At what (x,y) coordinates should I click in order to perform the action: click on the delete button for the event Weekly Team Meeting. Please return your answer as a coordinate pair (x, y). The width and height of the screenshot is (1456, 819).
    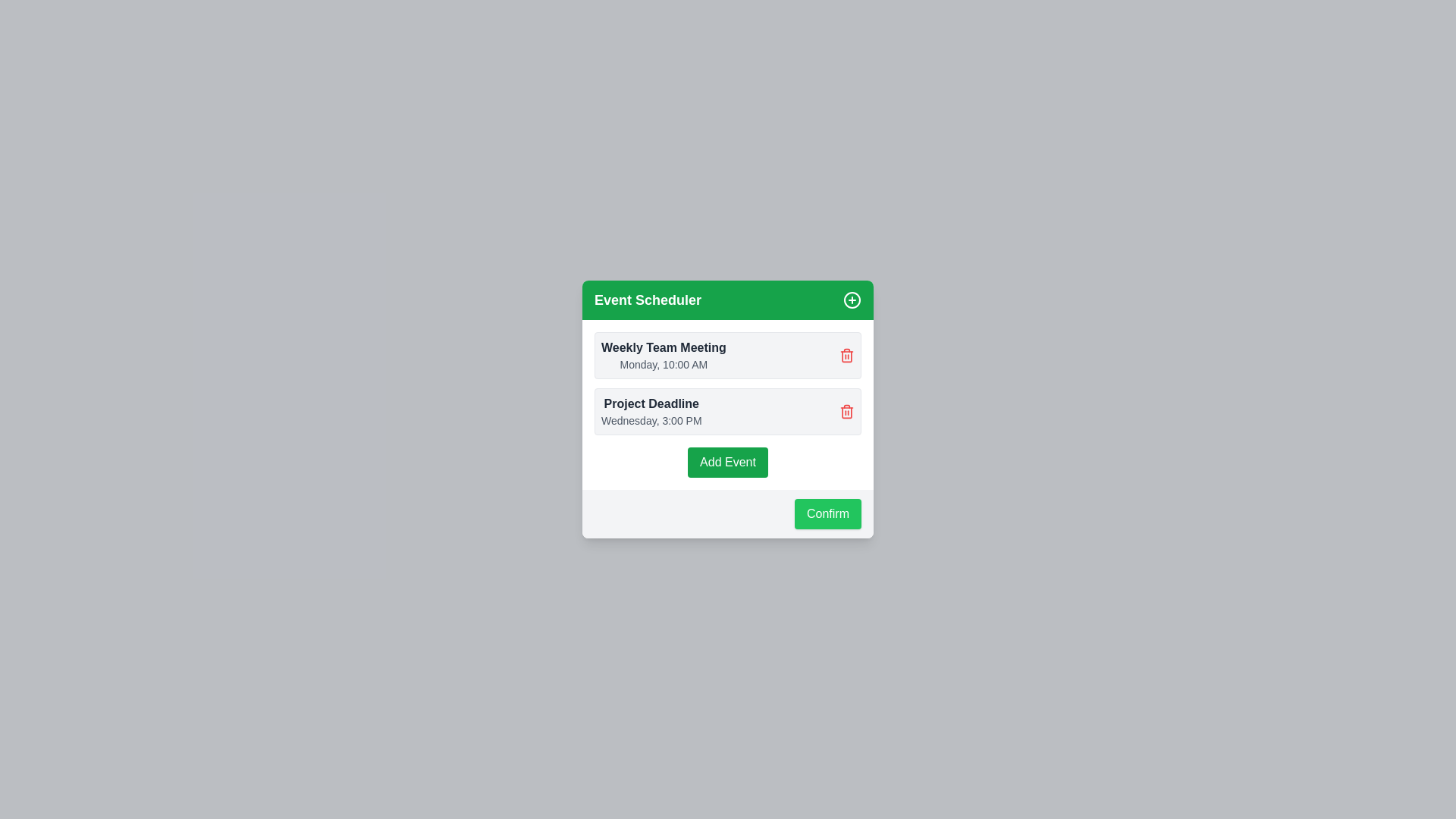
    Looking at the image, I should click on (846, 356).